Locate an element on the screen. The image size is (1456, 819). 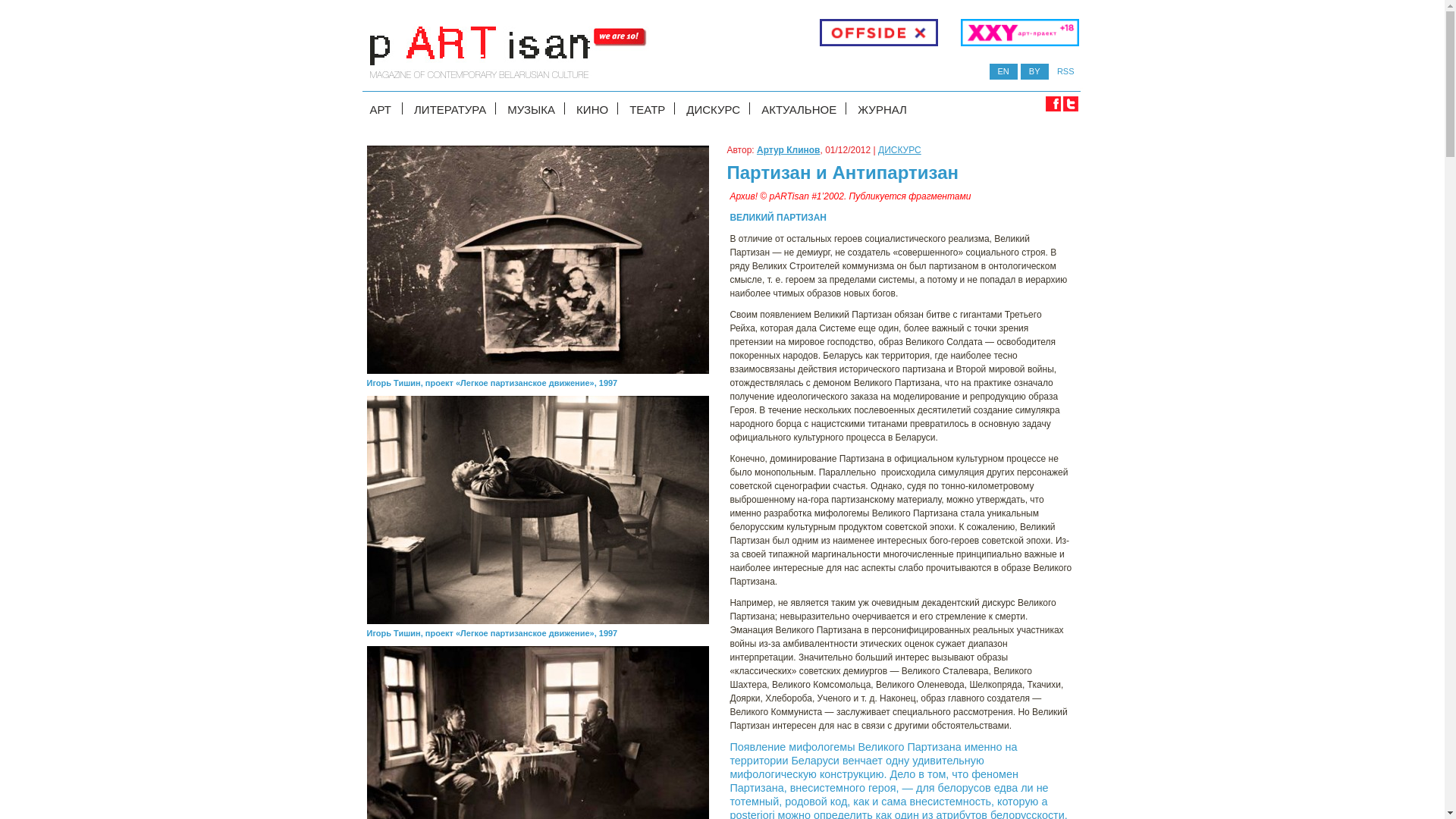
'RSS' is located at coordinates (1065, 71).